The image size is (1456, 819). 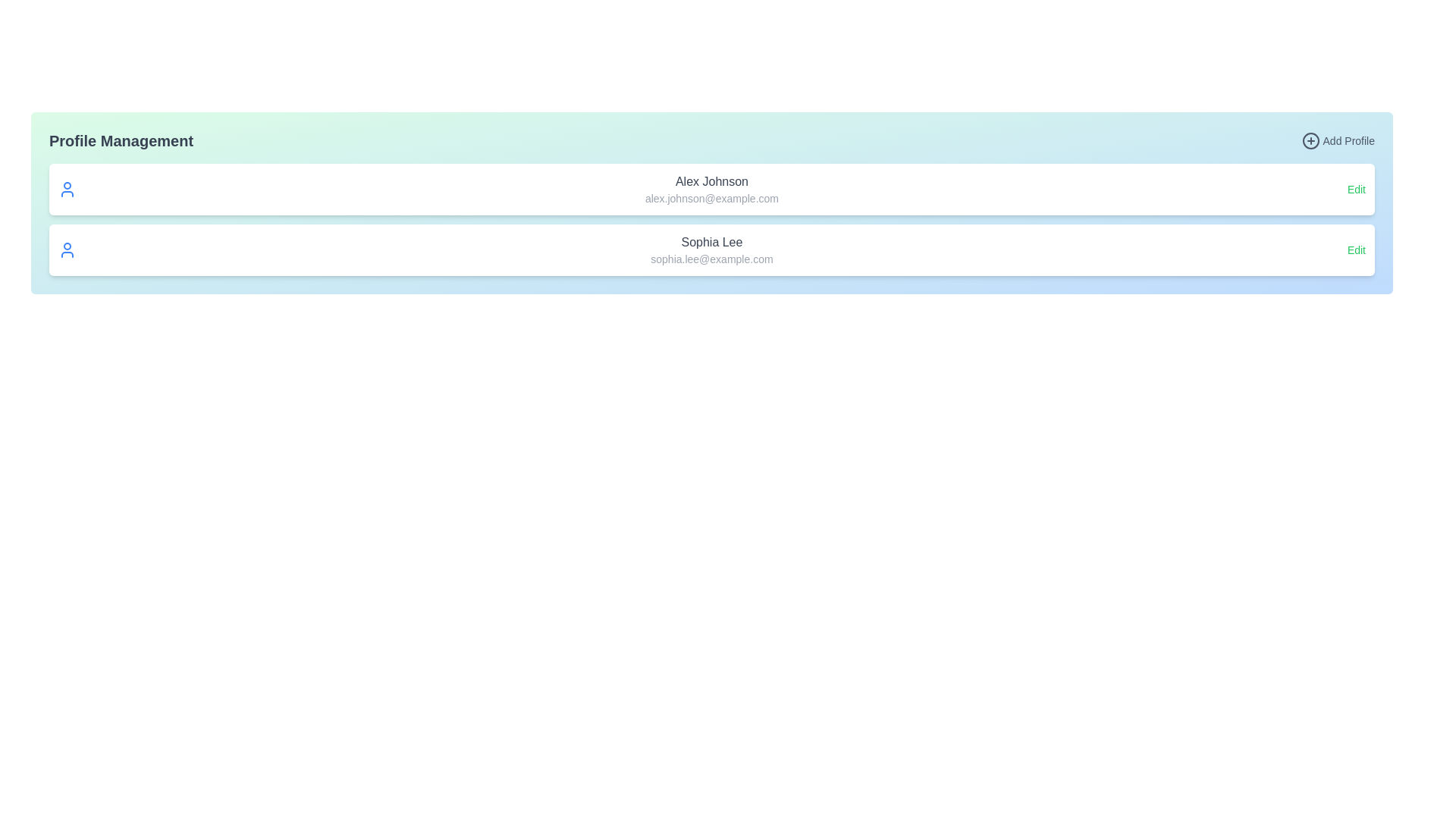 What do you see at coordinates (711, 180) in the screenshot?
I see `the text label displaying 'Alex Johnson', which is positioned at the top of the profile details section above the email address` at bounding box center [711, 180].